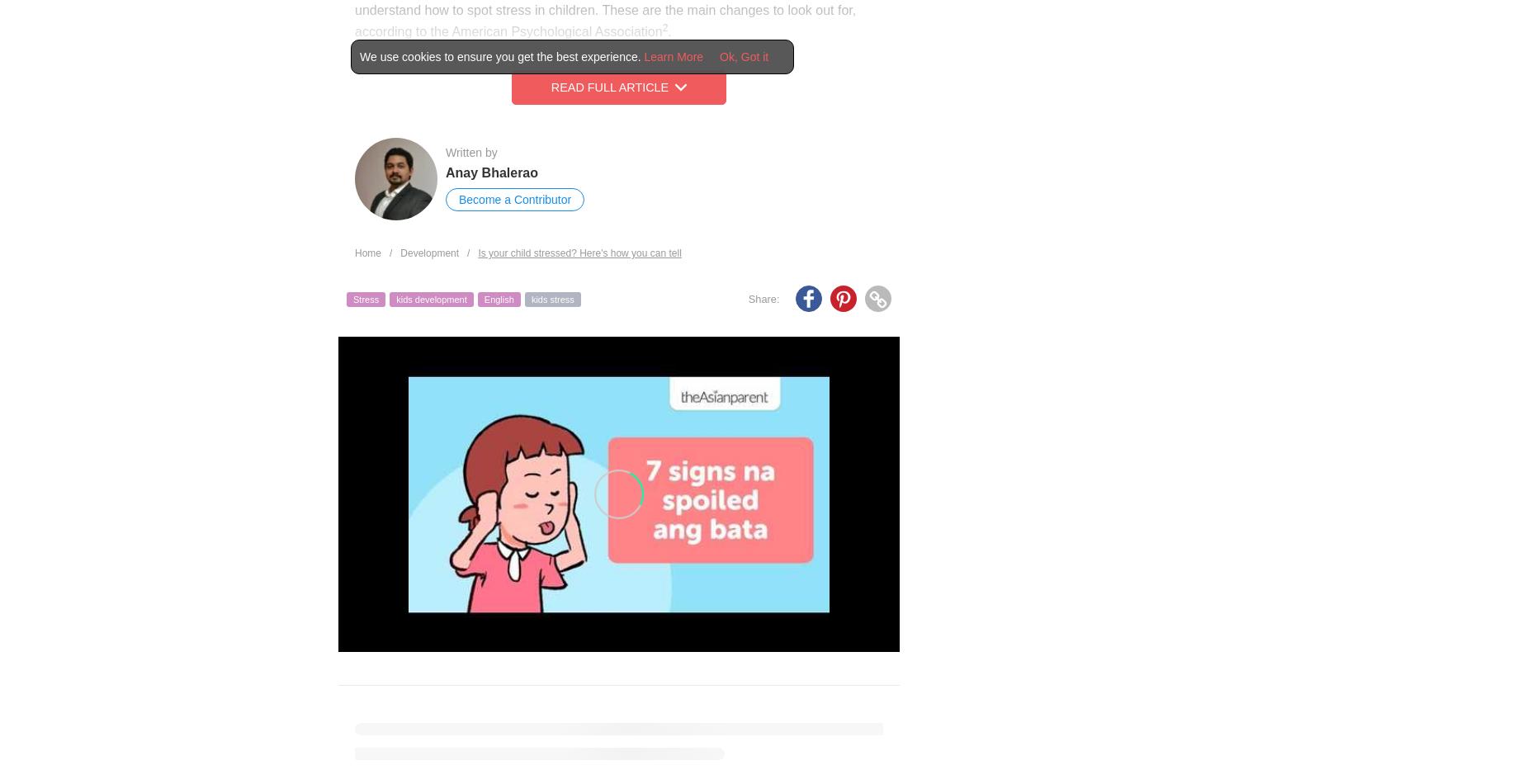  What do you see at coordinates (384, 731) in the screenshot?
I see `'Don’t wait till it is too late to bring in an expert.'` at bounding box center [384, 731].